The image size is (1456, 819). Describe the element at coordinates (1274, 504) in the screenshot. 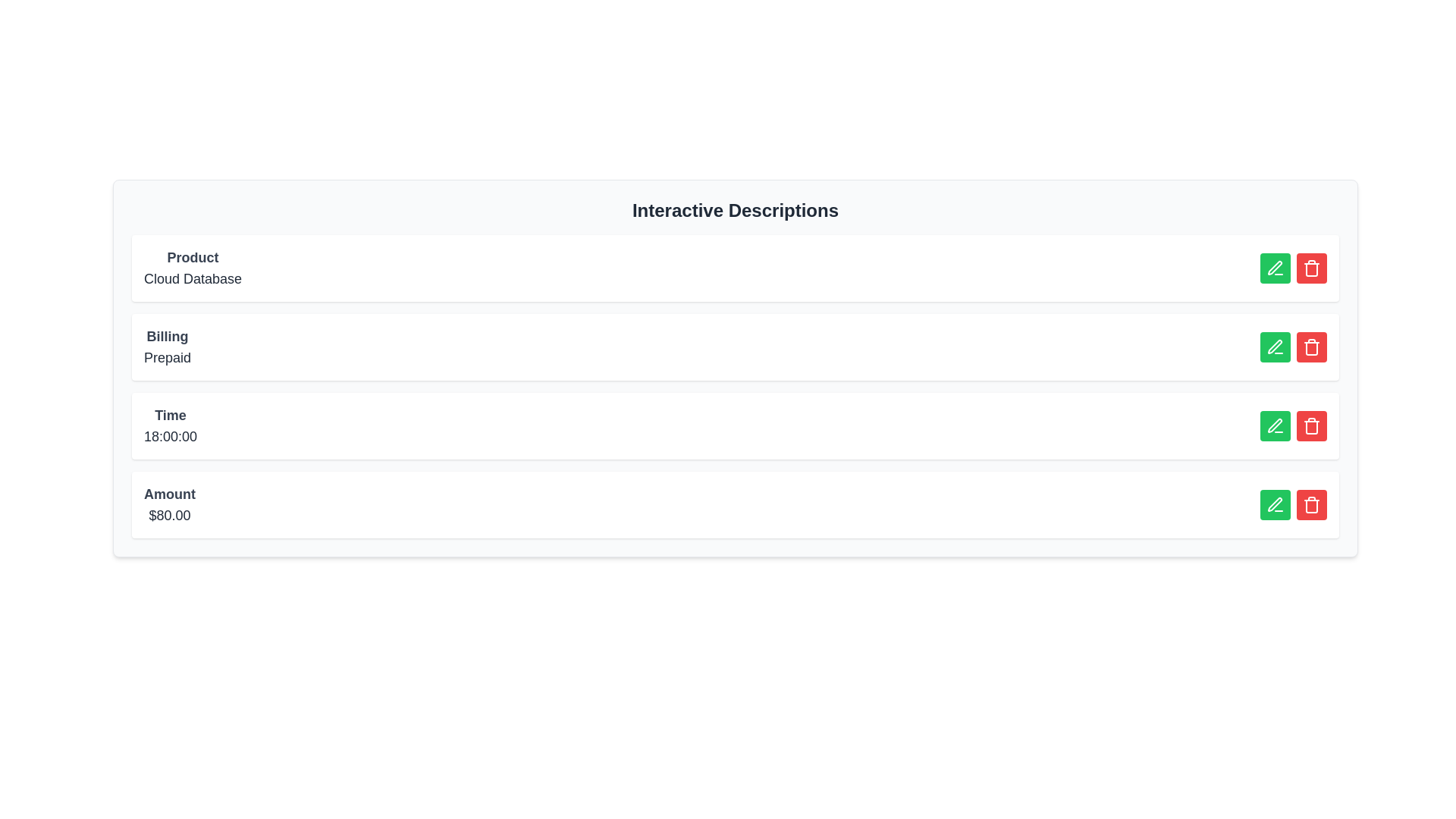

I see `the pen icon located at the bottom-most row of the interactive descriptions interface, to the far right within the same row as the 'Amount' label and value to initiate an edit action` at that location.